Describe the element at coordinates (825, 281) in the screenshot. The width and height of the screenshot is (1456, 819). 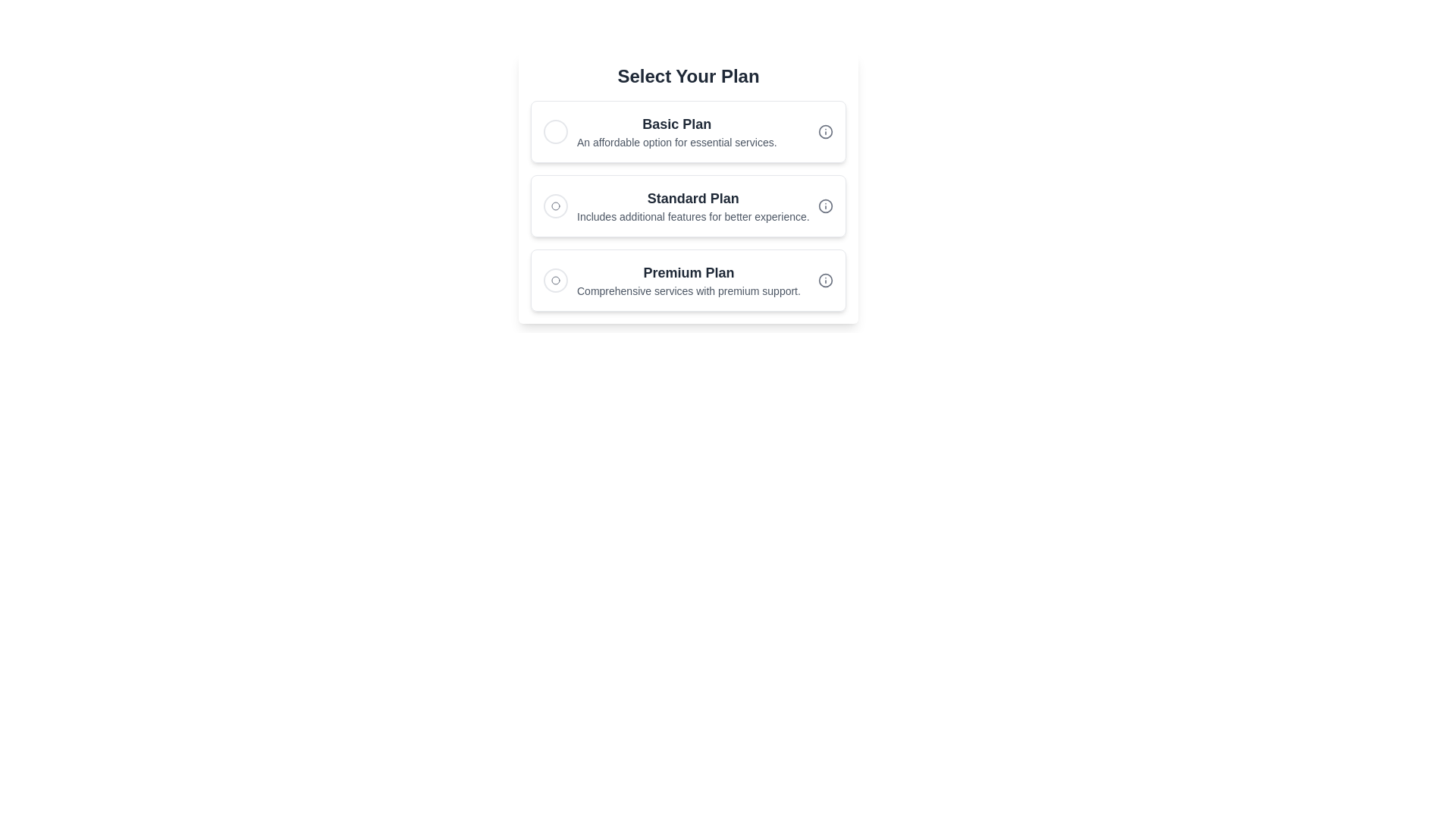
I see `the circular SVG graphic element representing information in the 'Premium Plan' section, located to the far right of the text content` at that location.